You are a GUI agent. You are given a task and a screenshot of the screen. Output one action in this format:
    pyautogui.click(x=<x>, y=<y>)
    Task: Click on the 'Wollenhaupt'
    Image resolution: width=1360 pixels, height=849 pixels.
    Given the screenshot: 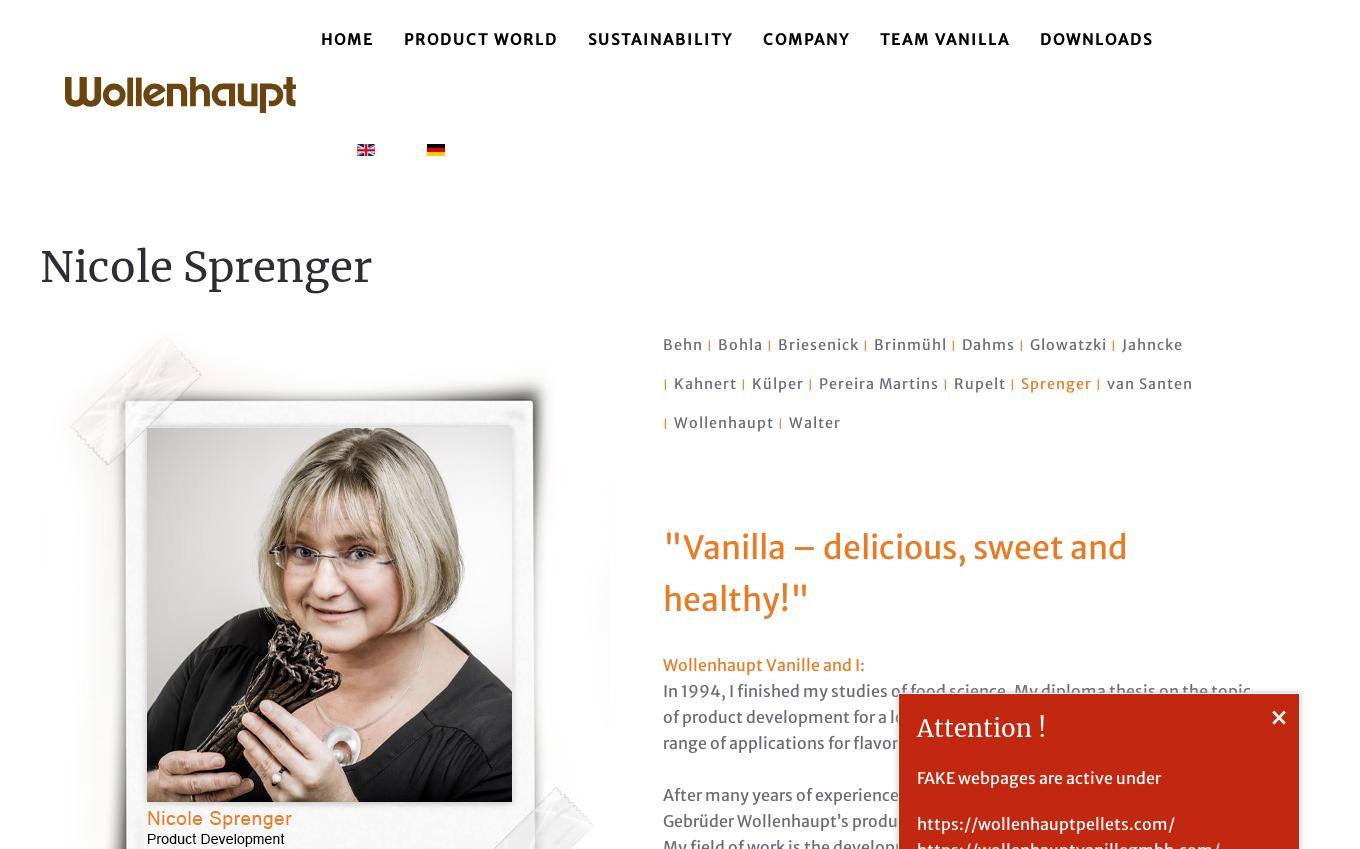 What is the action you would take?
    pyautogui.click(x=672, y=421)
    